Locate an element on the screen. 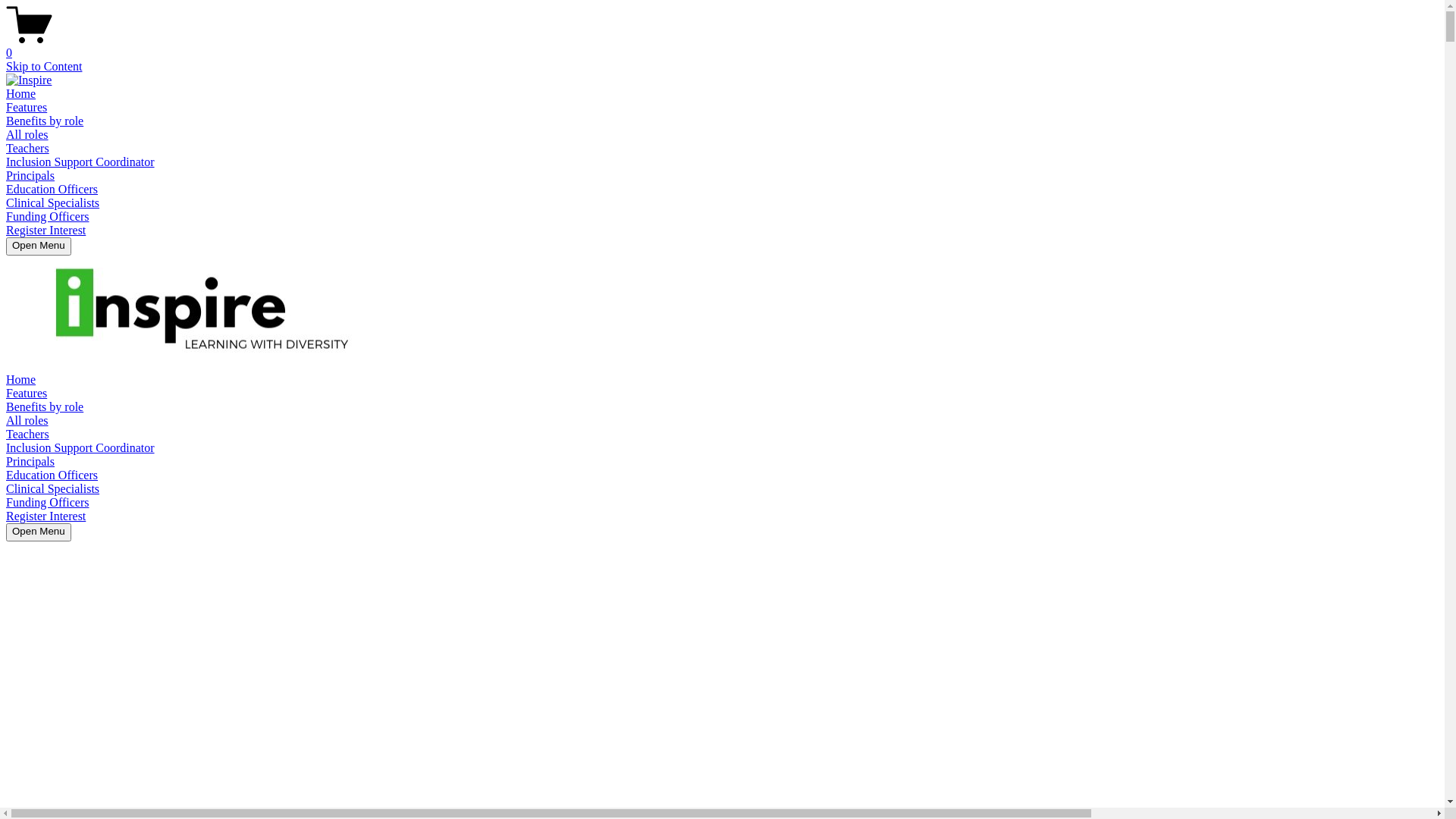  'Clinical Specialists' is located at coordinates (52, 488).